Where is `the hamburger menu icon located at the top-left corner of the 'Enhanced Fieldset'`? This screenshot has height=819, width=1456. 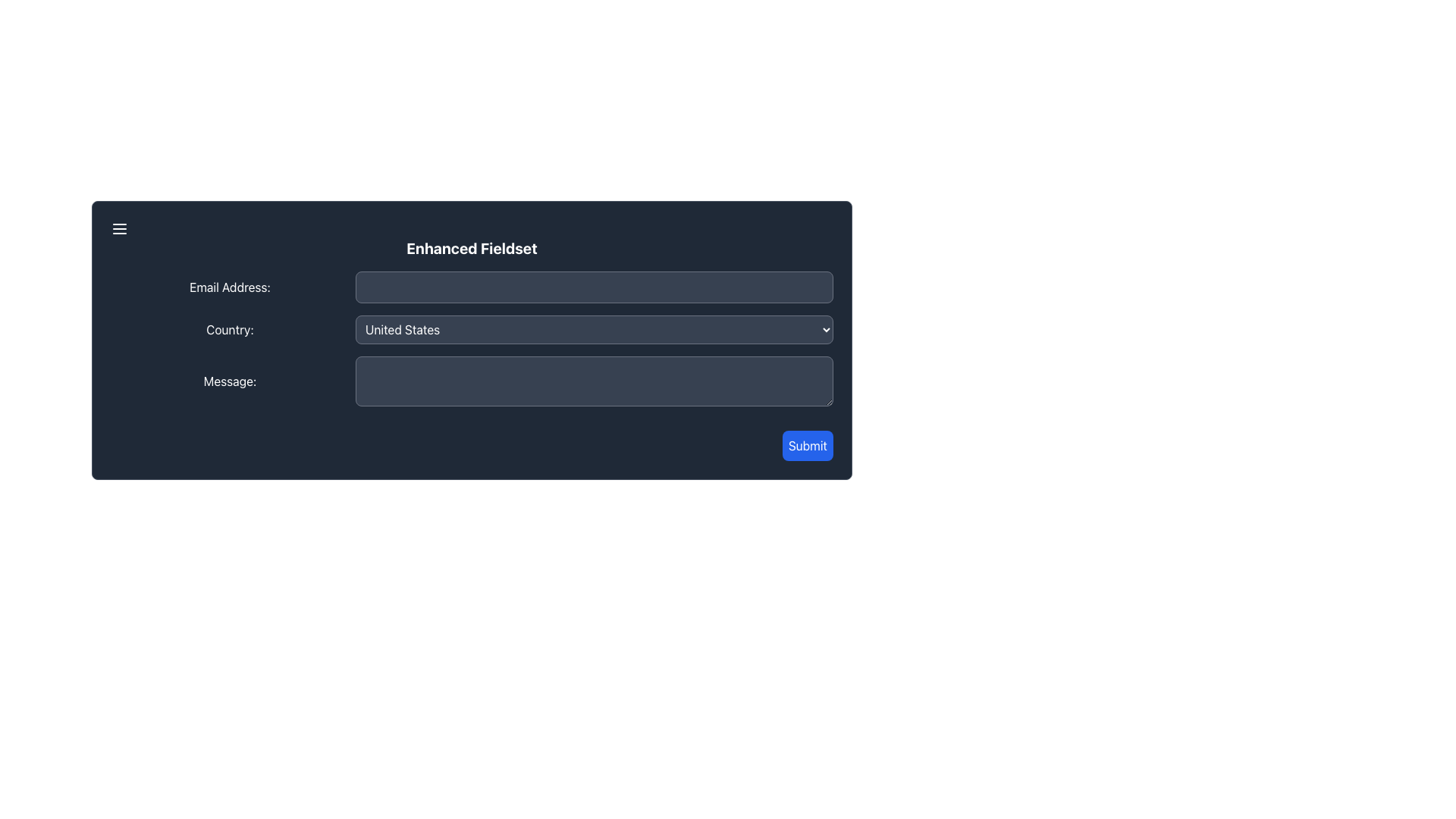 the hamburger menu icon located at the top-left corner of the 'Enhanced Fieldset' is located at coordinates (119, 228).